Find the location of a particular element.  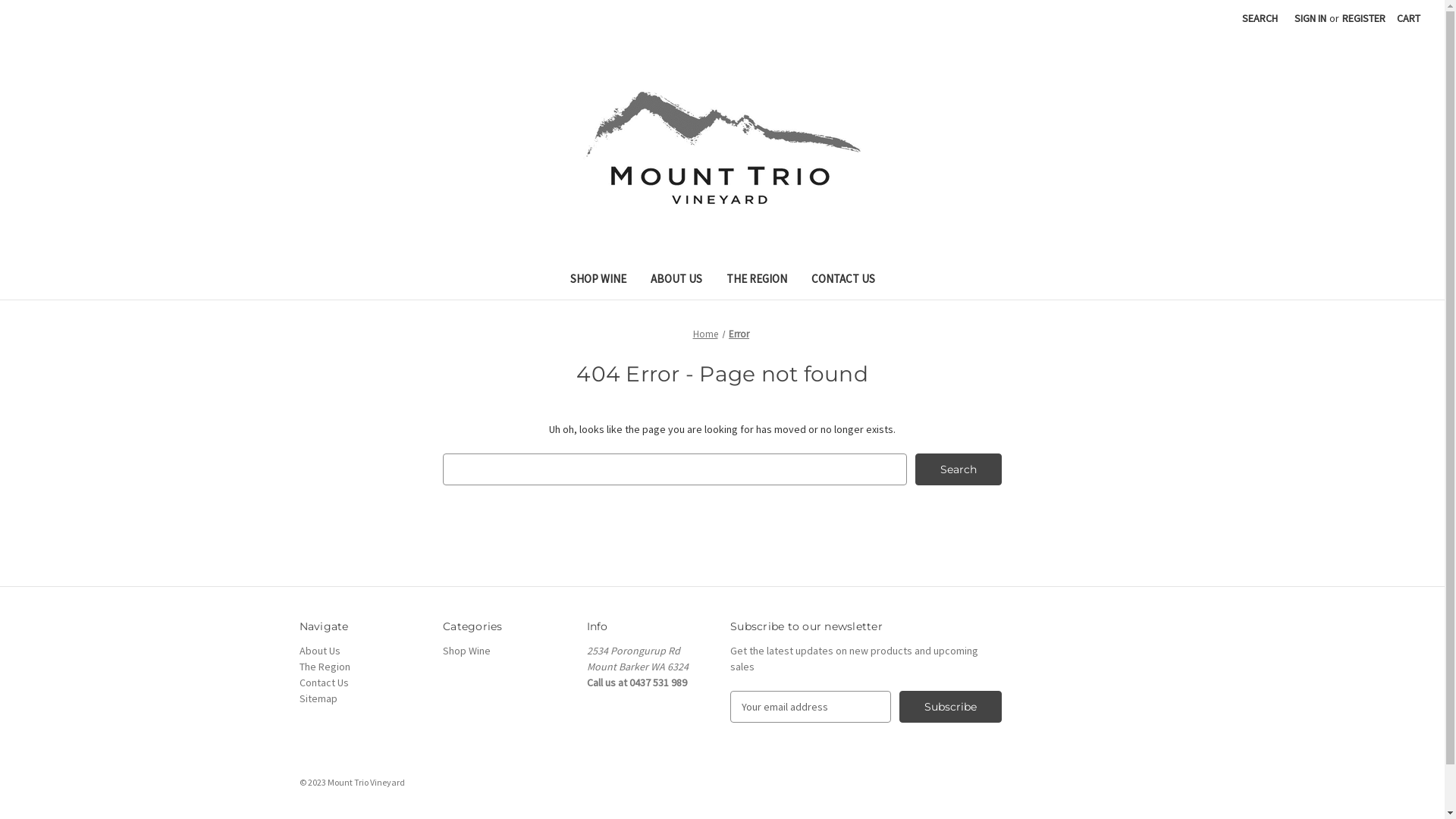

'SIGN IN' is located at coordinates (1285, 18).